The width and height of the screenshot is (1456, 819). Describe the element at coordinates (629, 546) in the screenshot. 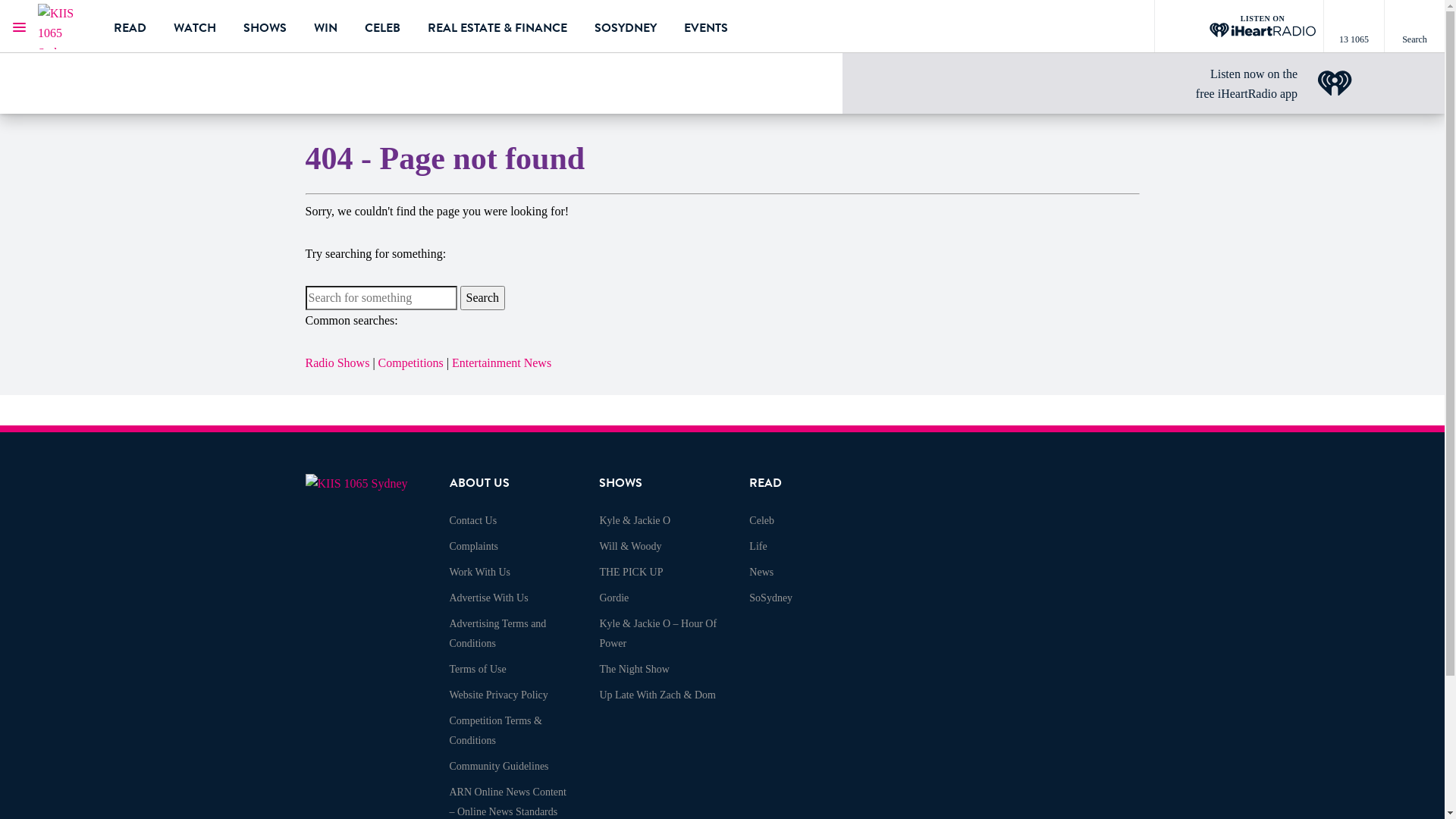

I see `'Will & Woody'` at that location.